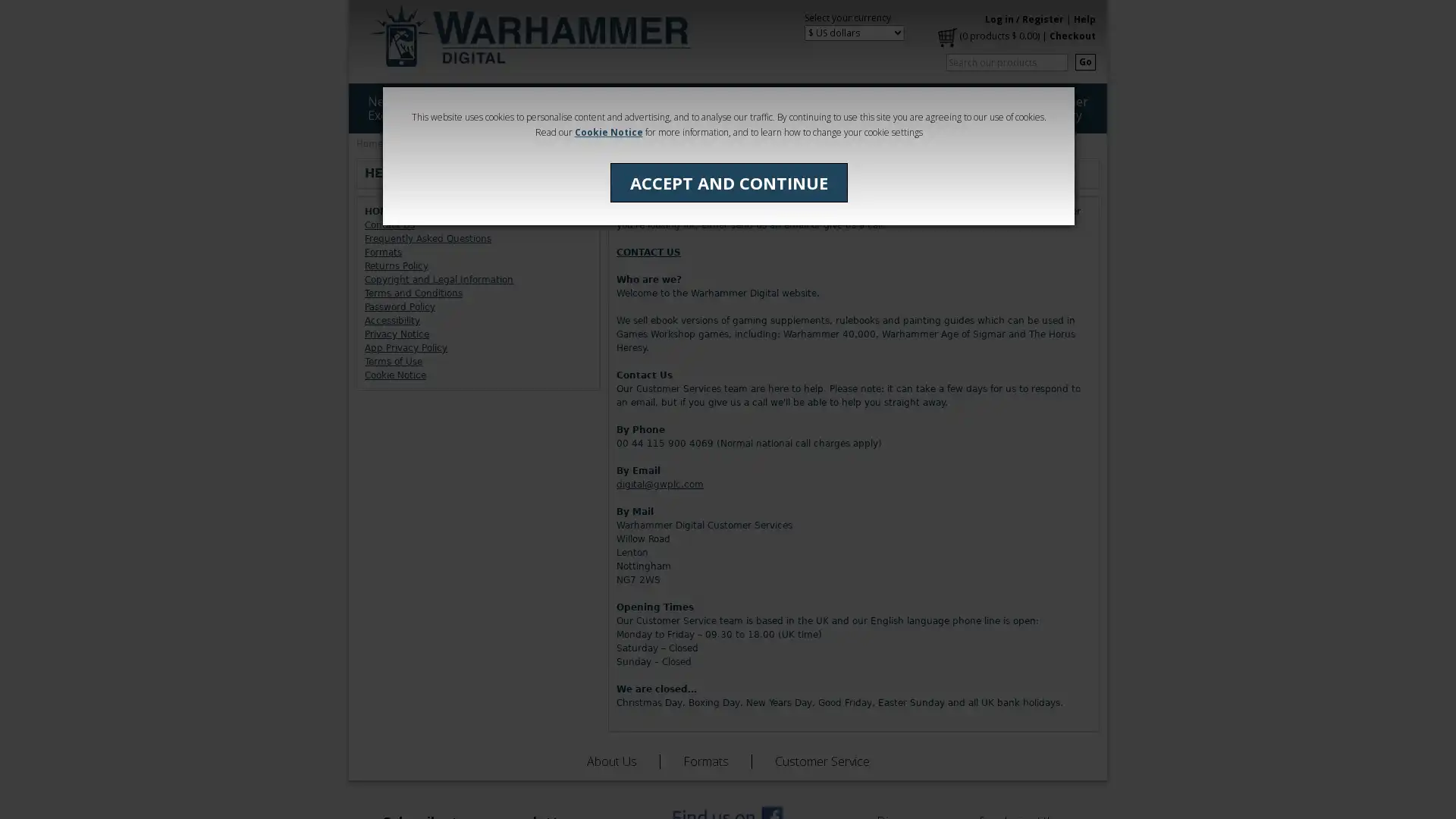 Image resolution: width=1456 pixels, height=819 pixels. Describe the element at coordinates (1084, 61) in the screenshot. I see `Go` at that location.